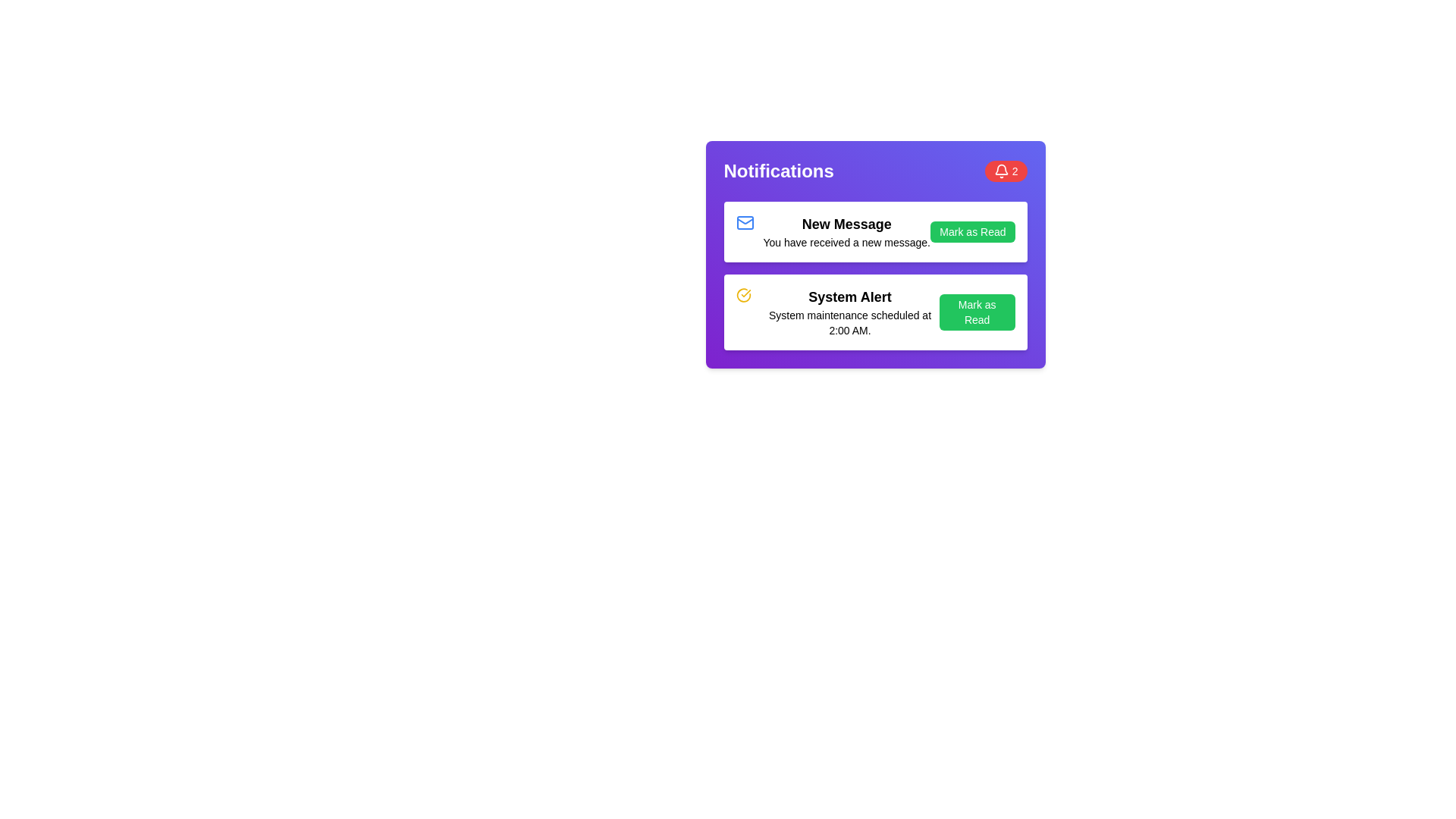 Image resolution: width=1456 pixels, height=819 pixels. What do you see at coordinates (850, 312) in the screenshot?
I see `the notification text block that provides details about an upcoming system maintenance event, located below the 'New Message' notification and centered within the notification card` at bounding box center [850, 312].